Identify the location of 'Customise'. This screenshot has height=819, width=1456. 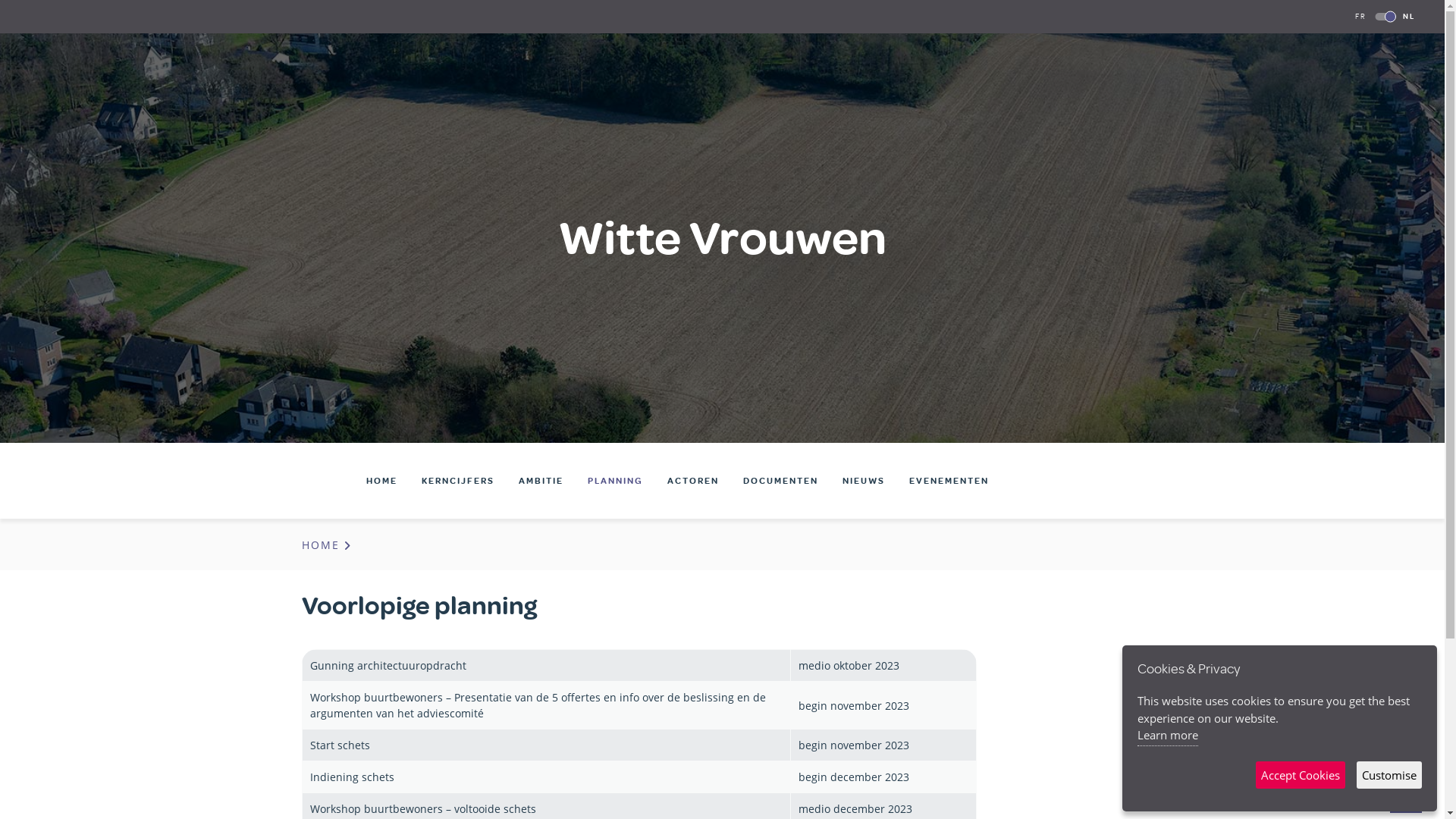
(1389, 775).